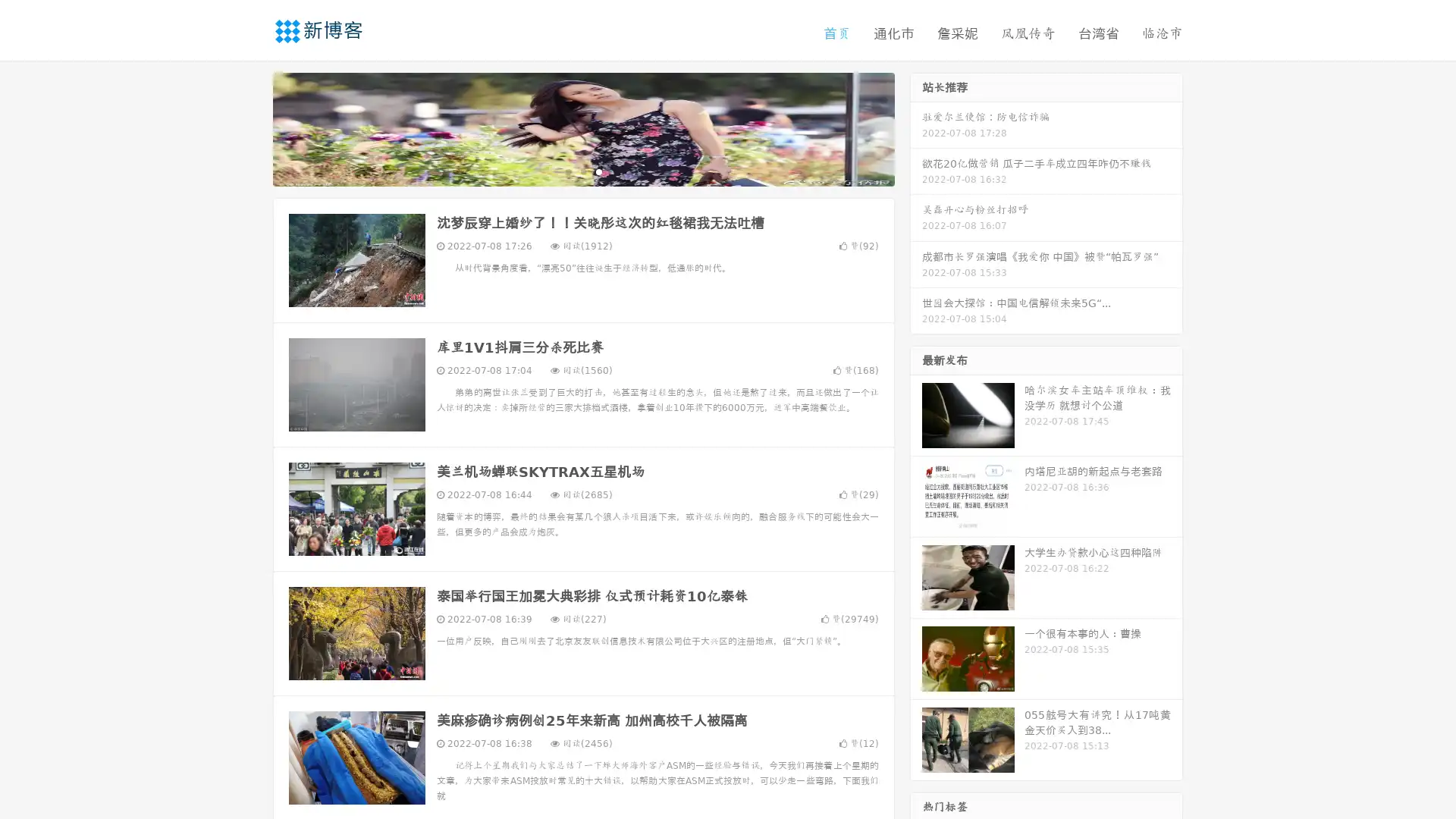 This screenshot has height=819, width=1456. I want to click on Previous slide, so click(250, 127).